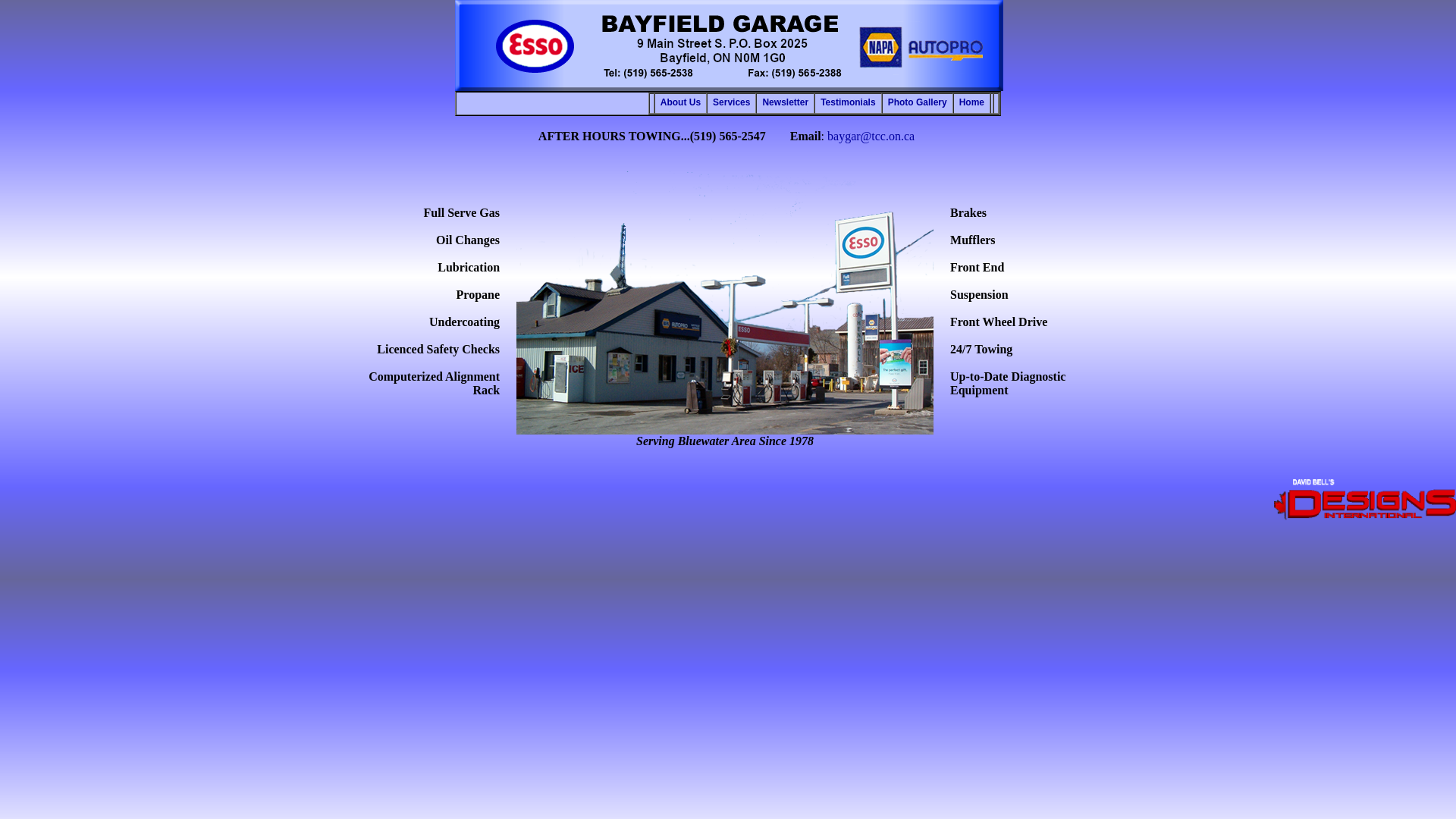 This screenshot has height=819, width=1456. What do you see at coordinates (871, 135) in the screenshot?
I see `'baygar@tcc.on.ca'` at bounding box center [871, 135].